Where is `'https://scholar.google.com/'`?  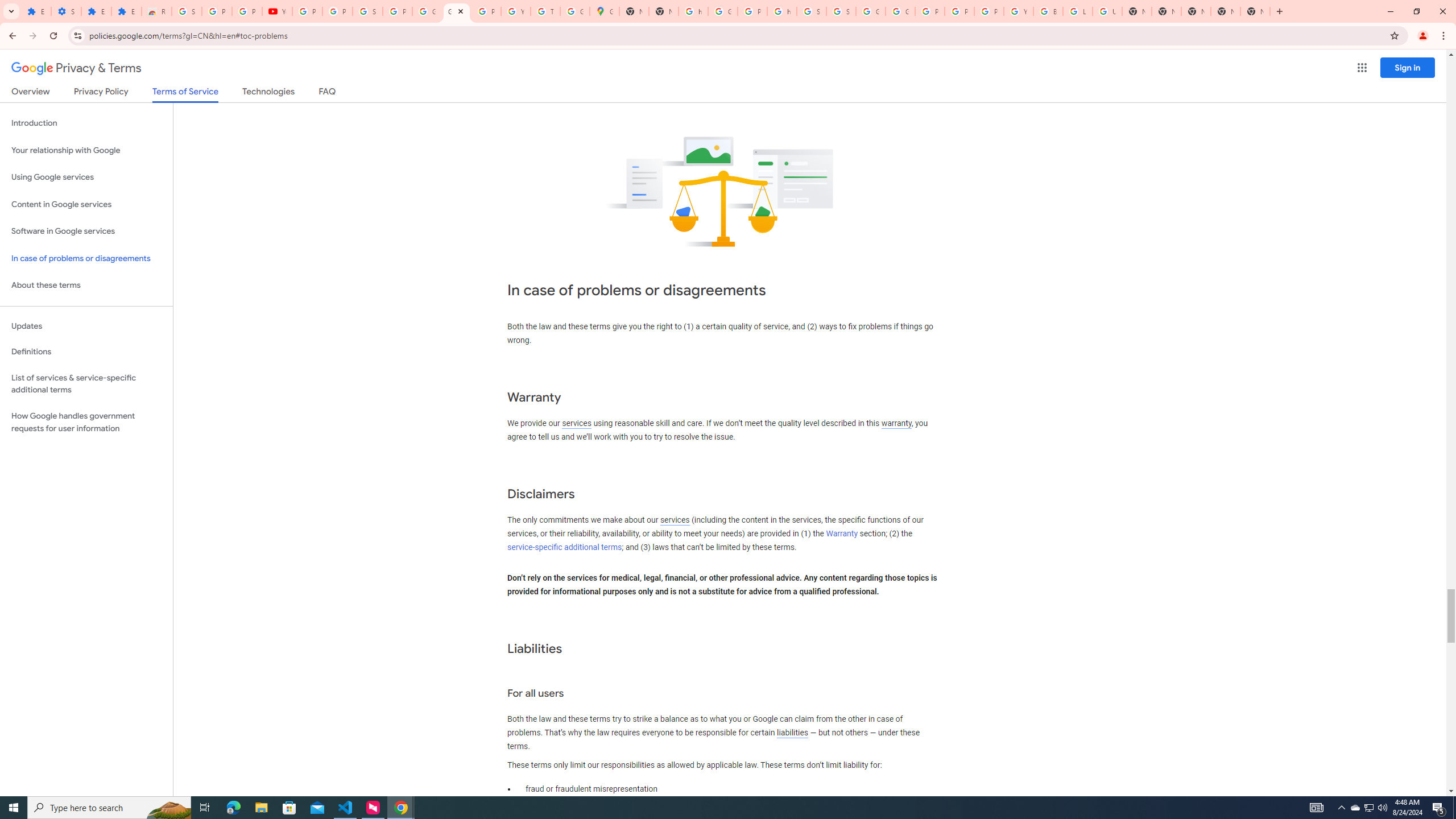 'https://scholar.google.com/' is located at coordinates (781, 11).